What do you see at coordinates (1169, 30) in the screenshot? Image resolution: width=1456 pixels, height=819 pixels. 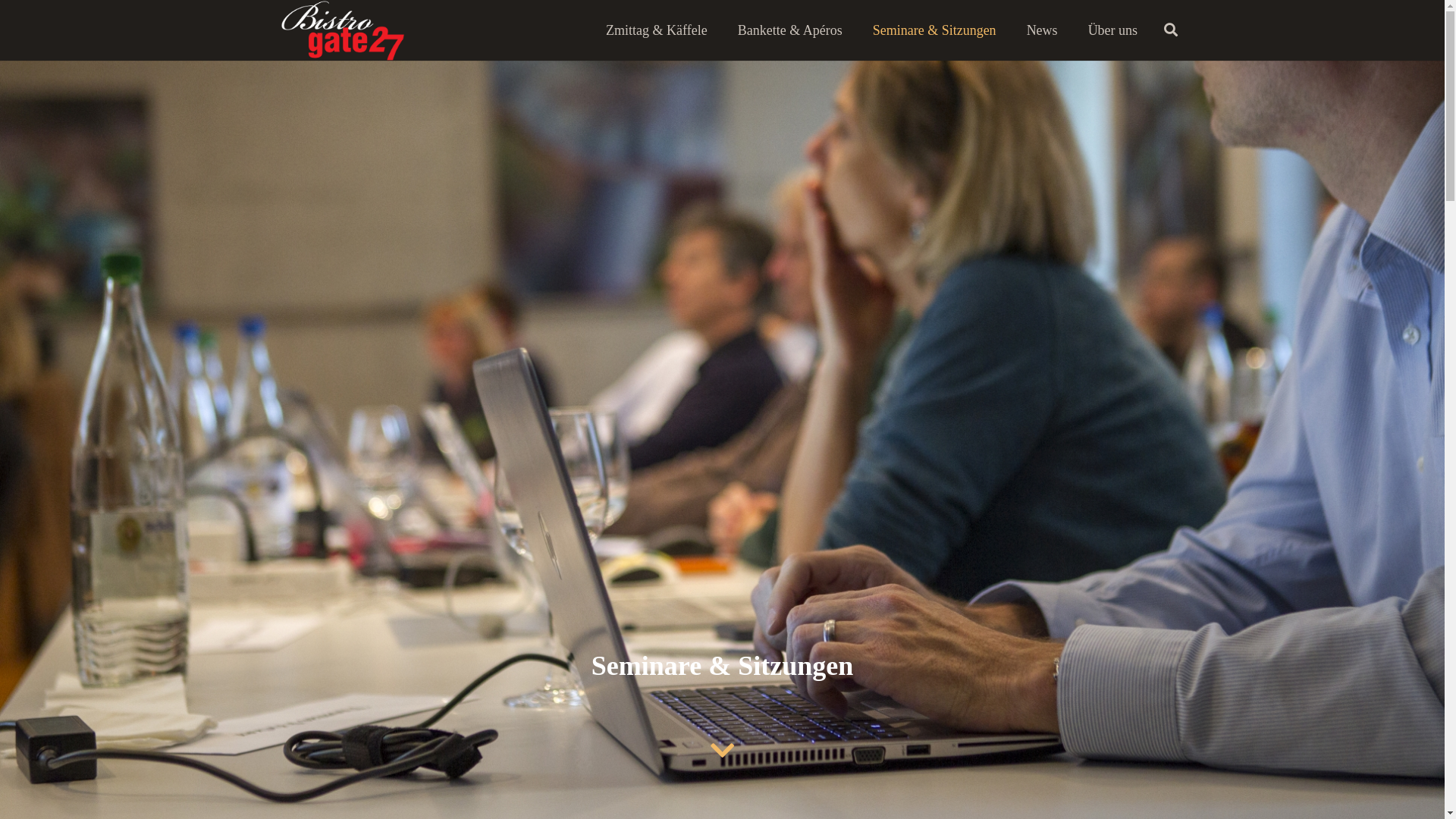 I see `'Suchen'` at bounding box center [1169, 30].